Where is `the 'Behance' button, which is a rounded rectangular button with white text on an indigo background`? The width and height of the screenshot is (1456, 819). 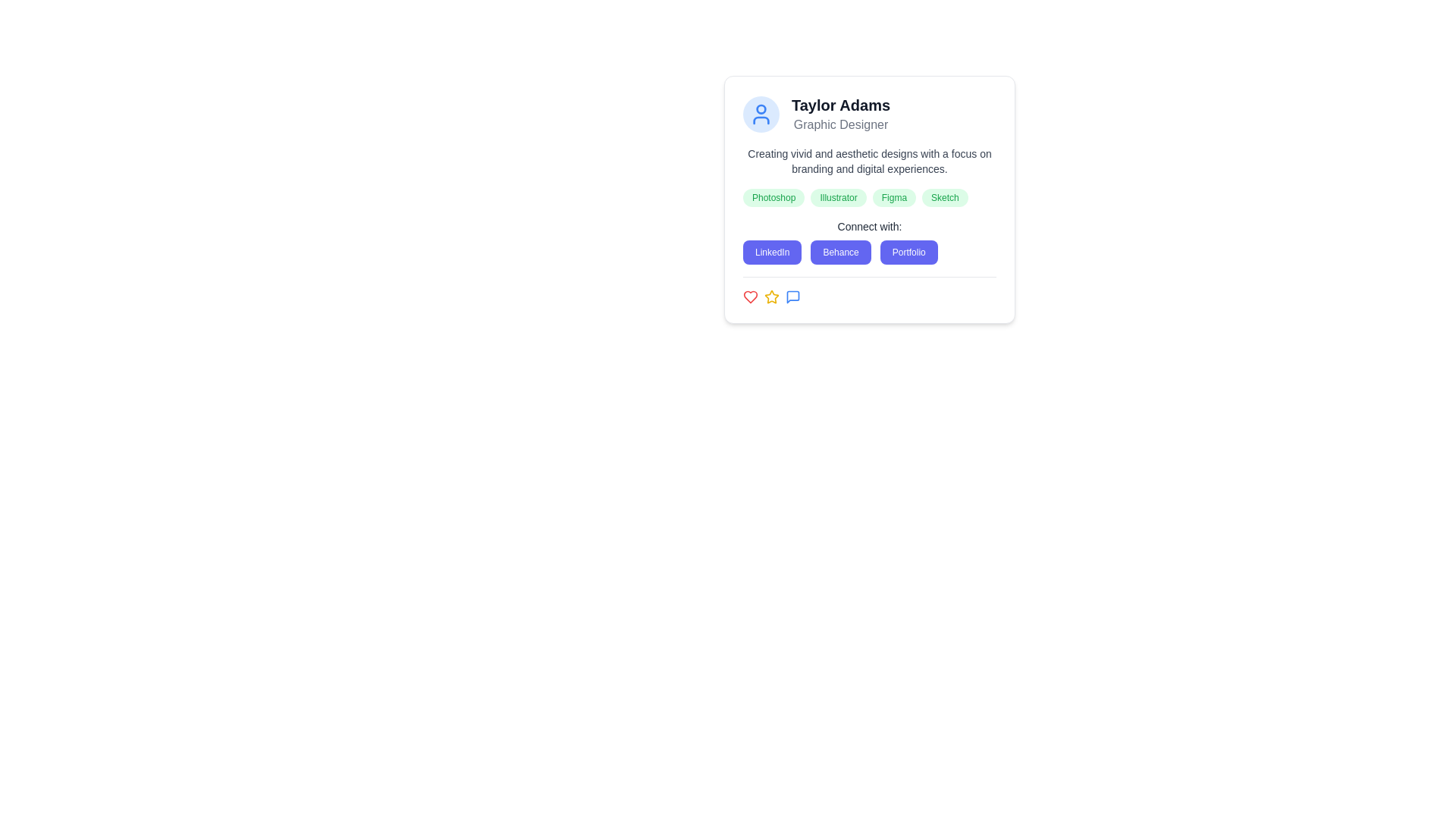
the 'Behance' button, which is a rounded rectangular button with white text on an indigo background is located at coordinates (839, 251).